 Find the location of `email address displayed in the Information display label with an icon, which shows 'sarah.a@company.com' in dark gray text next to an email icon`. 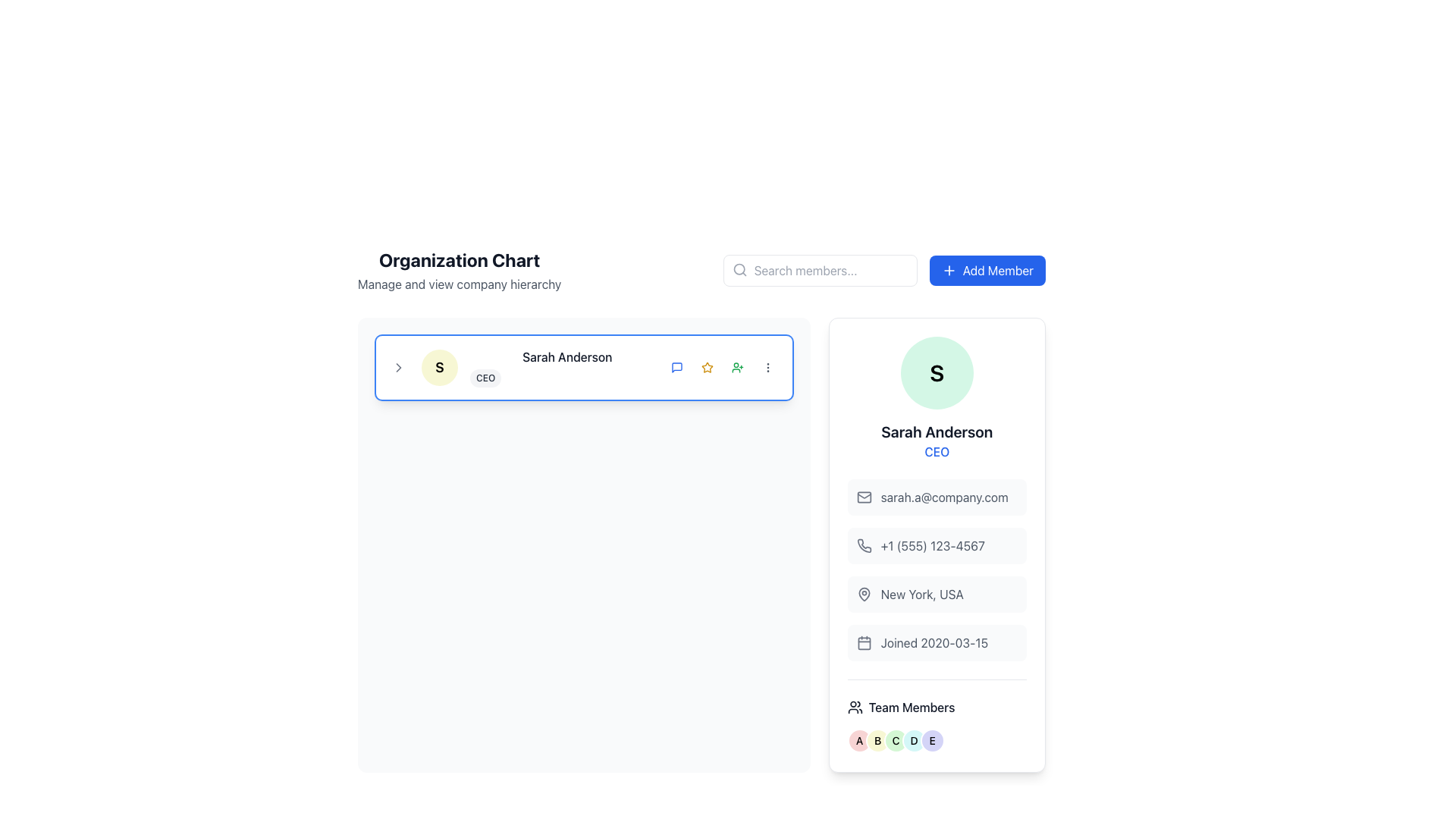

email address displayed in the Information display label with an icon, which shows 'sarah.a@company.com' in dark gray text next to an email icon is located at coordinates (936, 497).